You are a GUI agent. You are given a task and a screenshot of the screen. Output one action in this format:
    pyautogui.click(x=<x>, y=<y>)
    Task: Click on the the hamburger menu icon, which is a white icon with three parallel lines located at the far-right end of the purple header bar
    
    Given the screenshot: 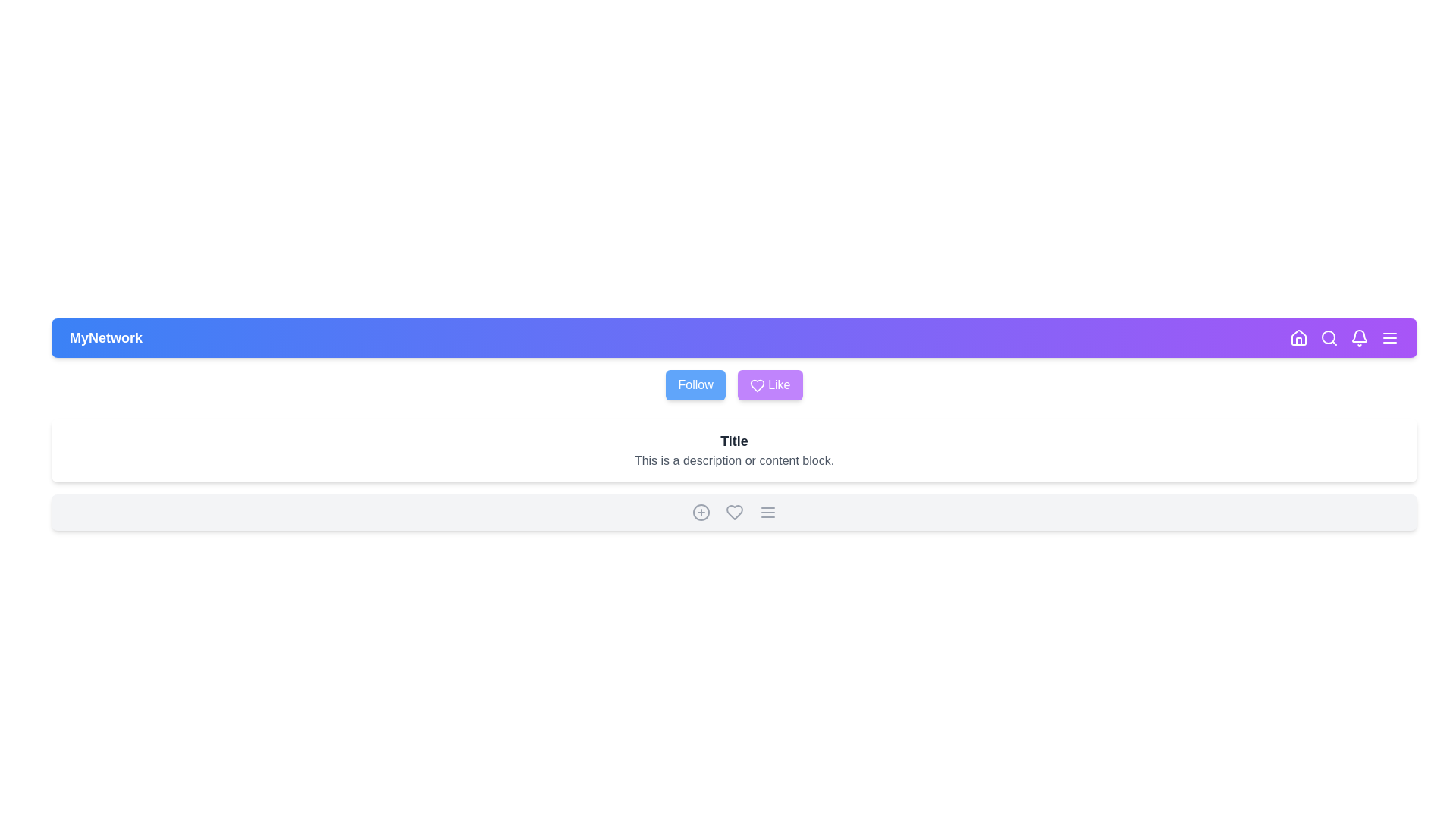 What is the action you would take?
    pyautogui.click(x=1390, y=337)
    